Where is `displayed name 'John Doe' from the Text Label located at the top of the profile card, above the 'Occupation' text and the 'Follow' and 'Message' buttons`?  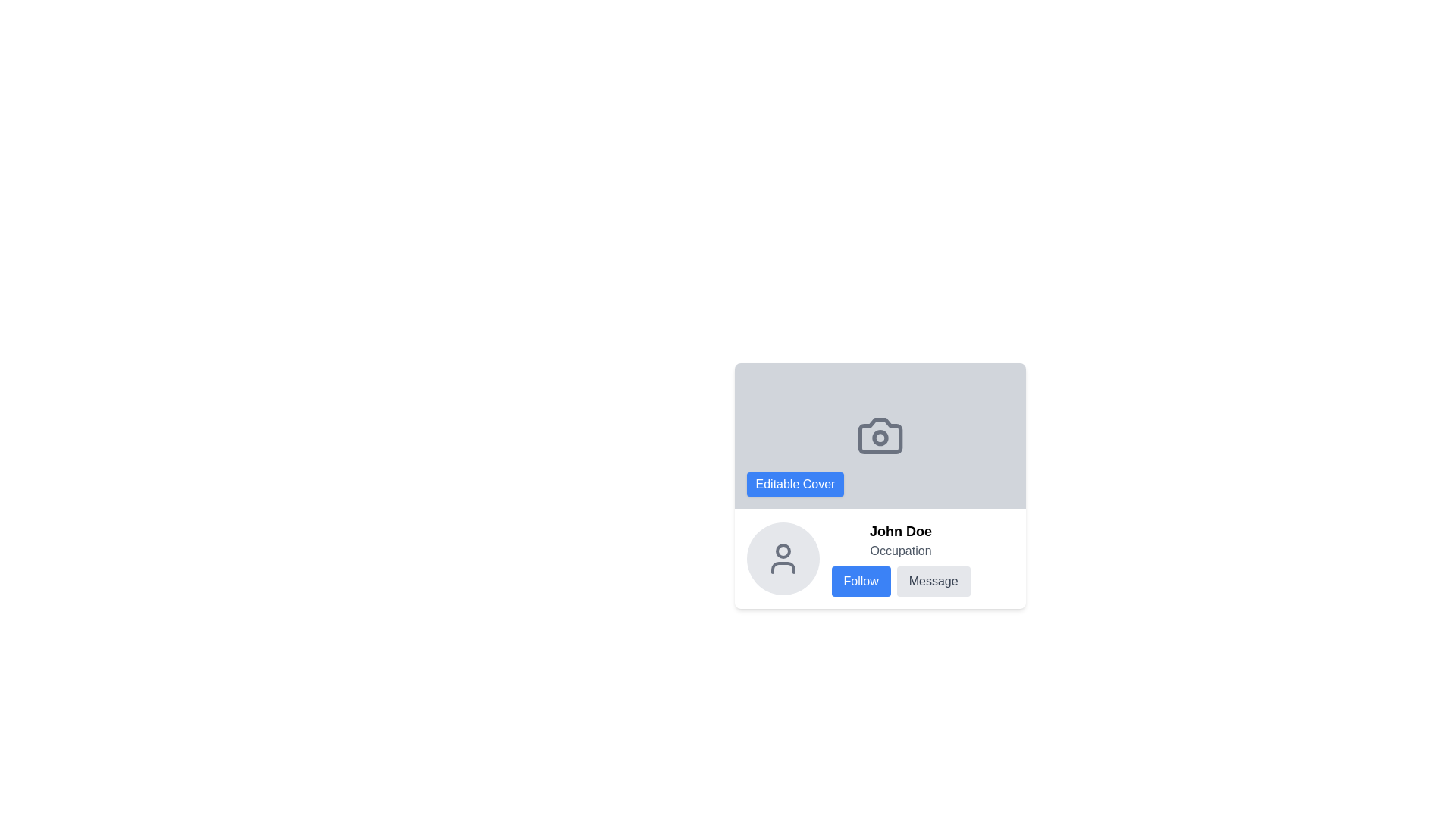 displayed name 'John Doe' from the Text Label located at the top of the profile card, above the 'Occupation' text and the 'Follow' and 'Message' buttons is located at coordinates (901, 531).